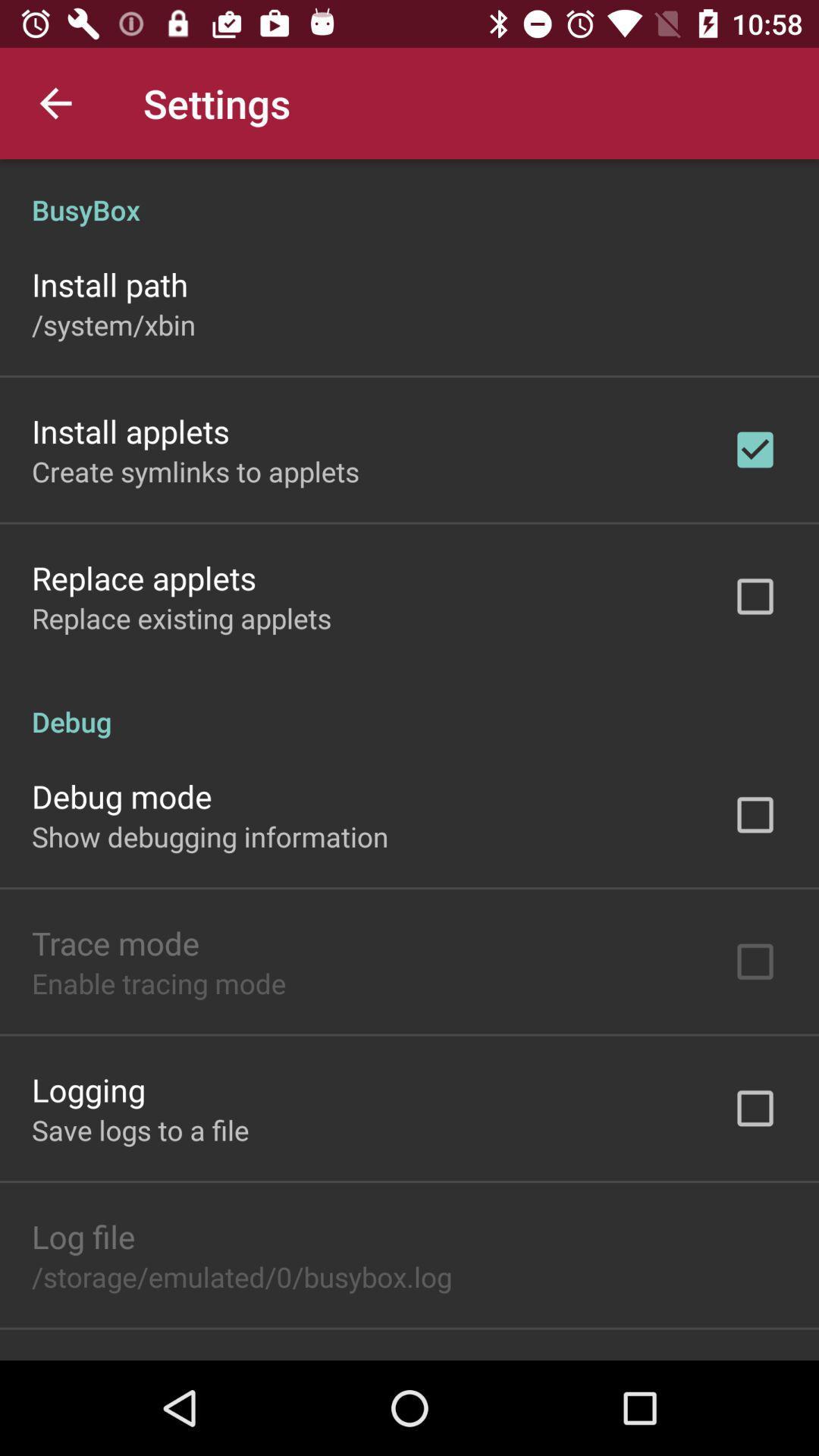 The width and height of the screenshot is (819, 1456). I want to click on the show debugging information icon, so click(210, 836).